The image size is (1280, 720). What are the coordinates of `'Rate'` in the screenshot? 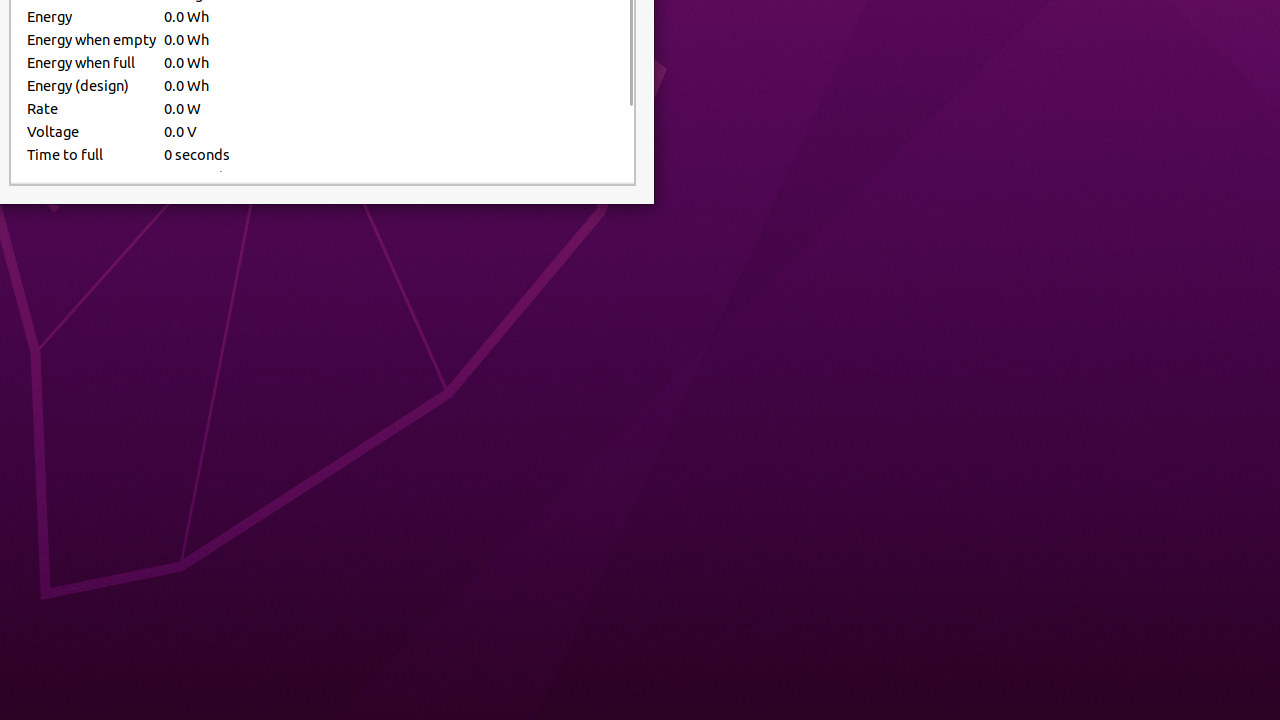 It's located at (90, 108).